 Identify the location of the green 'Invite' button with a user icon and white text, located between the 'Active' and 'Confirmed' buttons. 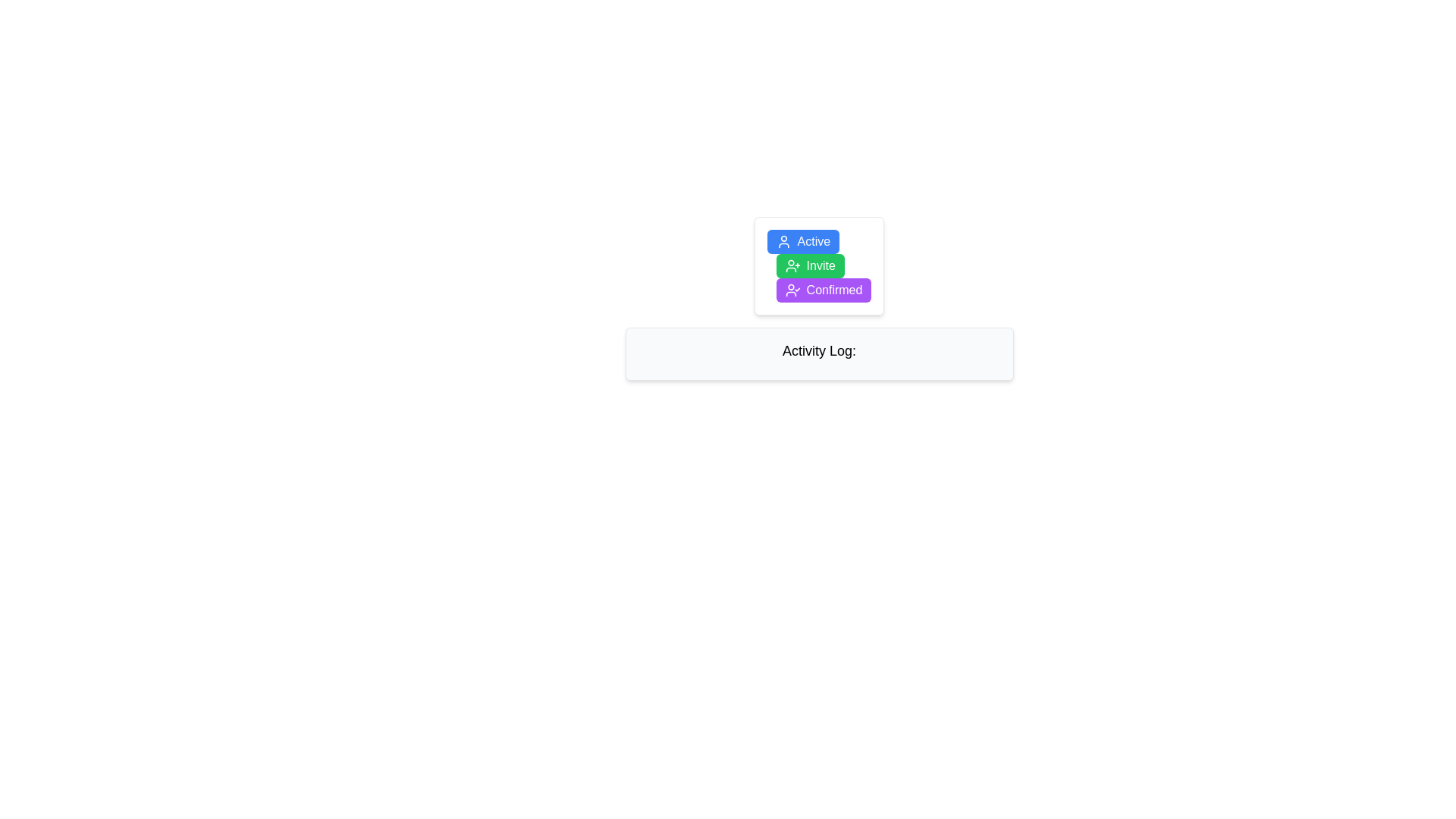
(809, 265).